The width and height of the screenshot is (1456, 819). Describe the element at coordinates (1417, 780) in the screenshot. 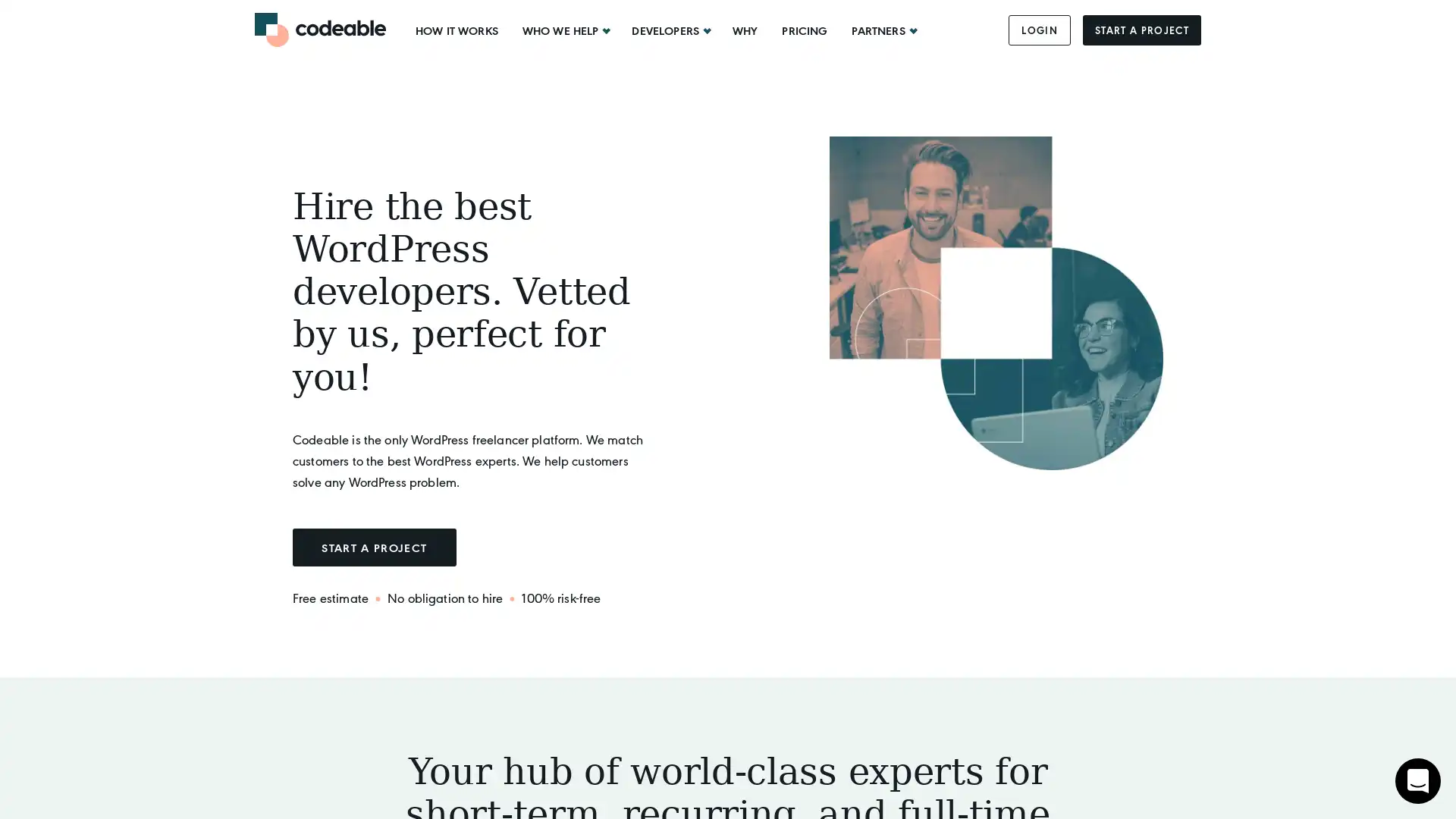

I see `Open Intercom` at that location.